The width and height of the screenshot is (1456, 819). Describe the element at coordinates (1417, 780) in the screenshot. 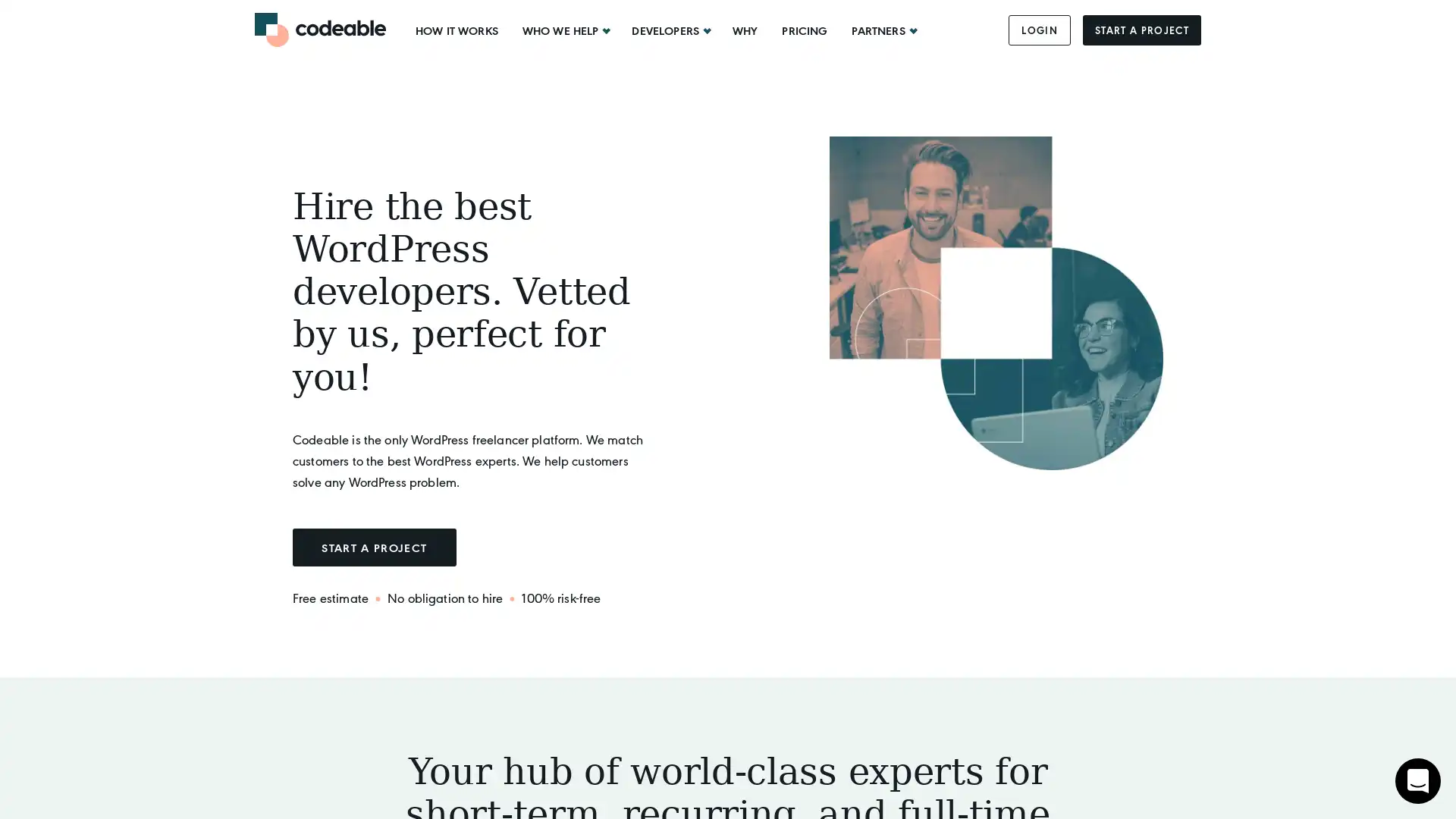

I see `Open Intercom` at that location.